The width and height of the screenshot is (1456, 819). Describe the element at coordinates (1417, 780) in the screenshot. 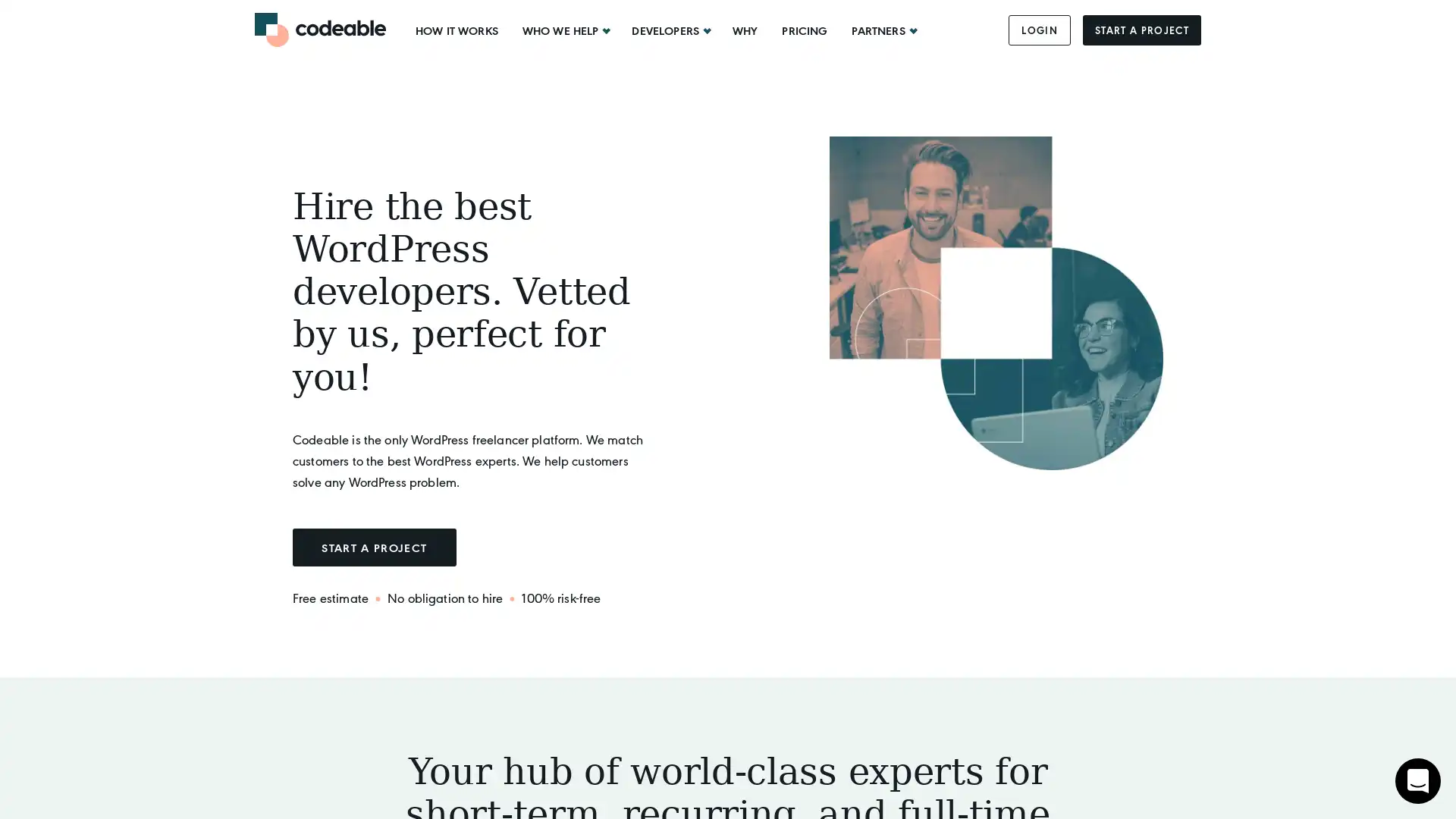

I see `Open Intercom` at that location.